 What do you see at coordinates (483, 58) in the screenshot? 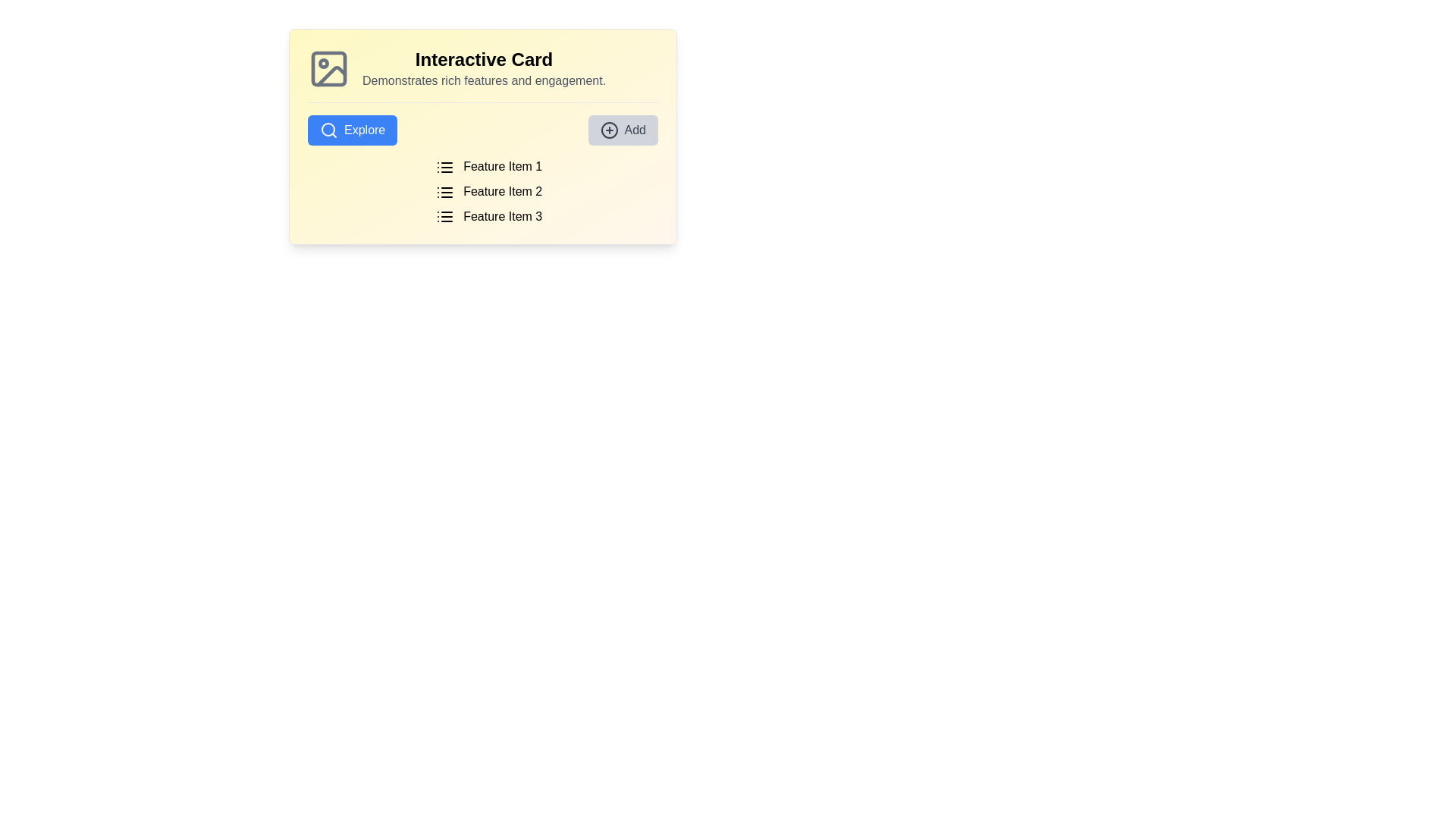
I see `the bold heading element 'Interactive Card' displayed prominently at the top of the card` at bounding box center [483, 58].